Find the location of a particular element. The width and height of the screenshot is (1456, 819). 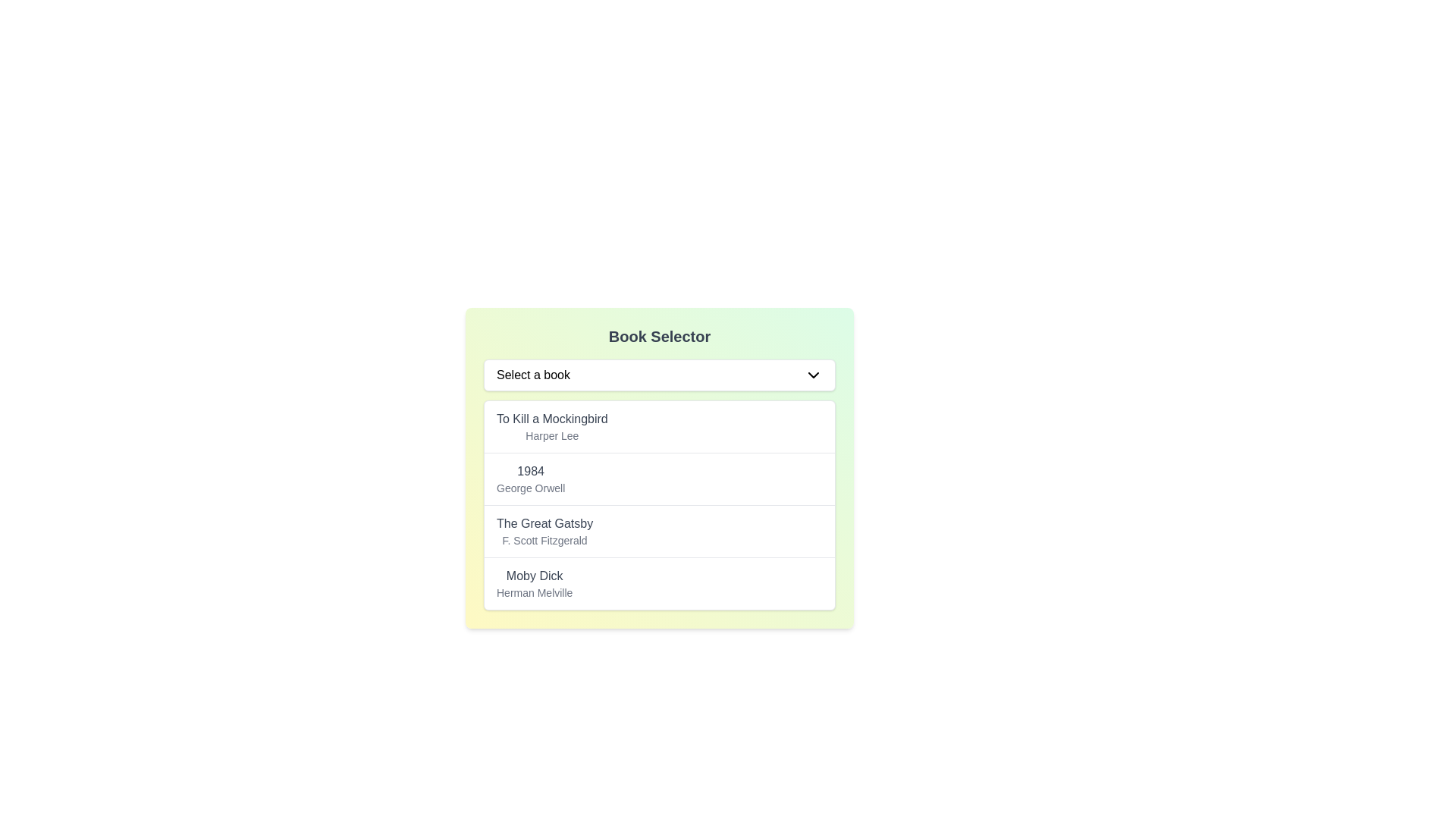

the text label representing the title of the book 'To Kill a Mockingbird' in the dropdown list labeled 'Book Selector' is located at coordinates (551, 419).